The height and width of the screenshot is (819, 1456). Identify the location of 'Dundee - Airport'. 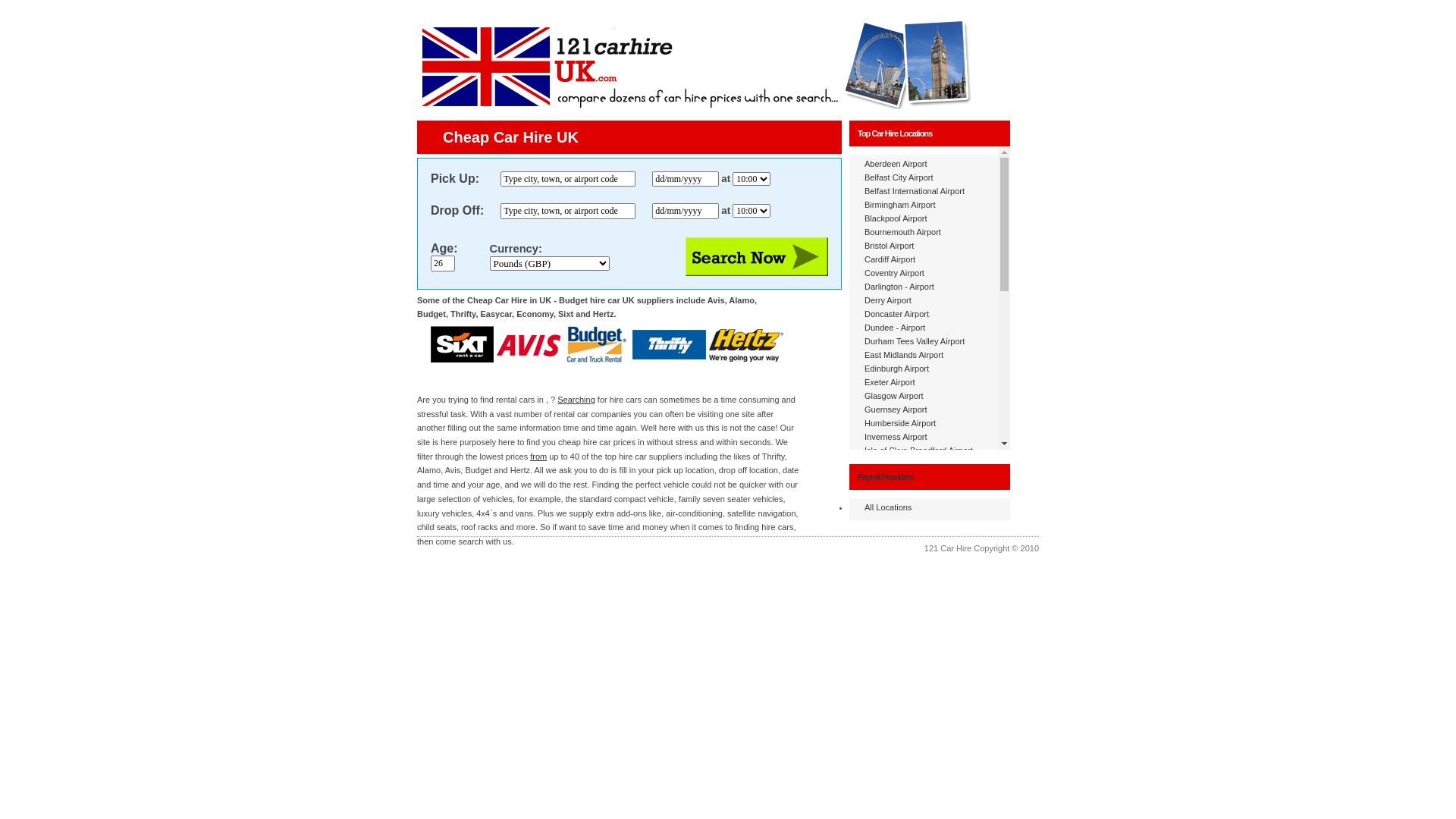
(864, 327).